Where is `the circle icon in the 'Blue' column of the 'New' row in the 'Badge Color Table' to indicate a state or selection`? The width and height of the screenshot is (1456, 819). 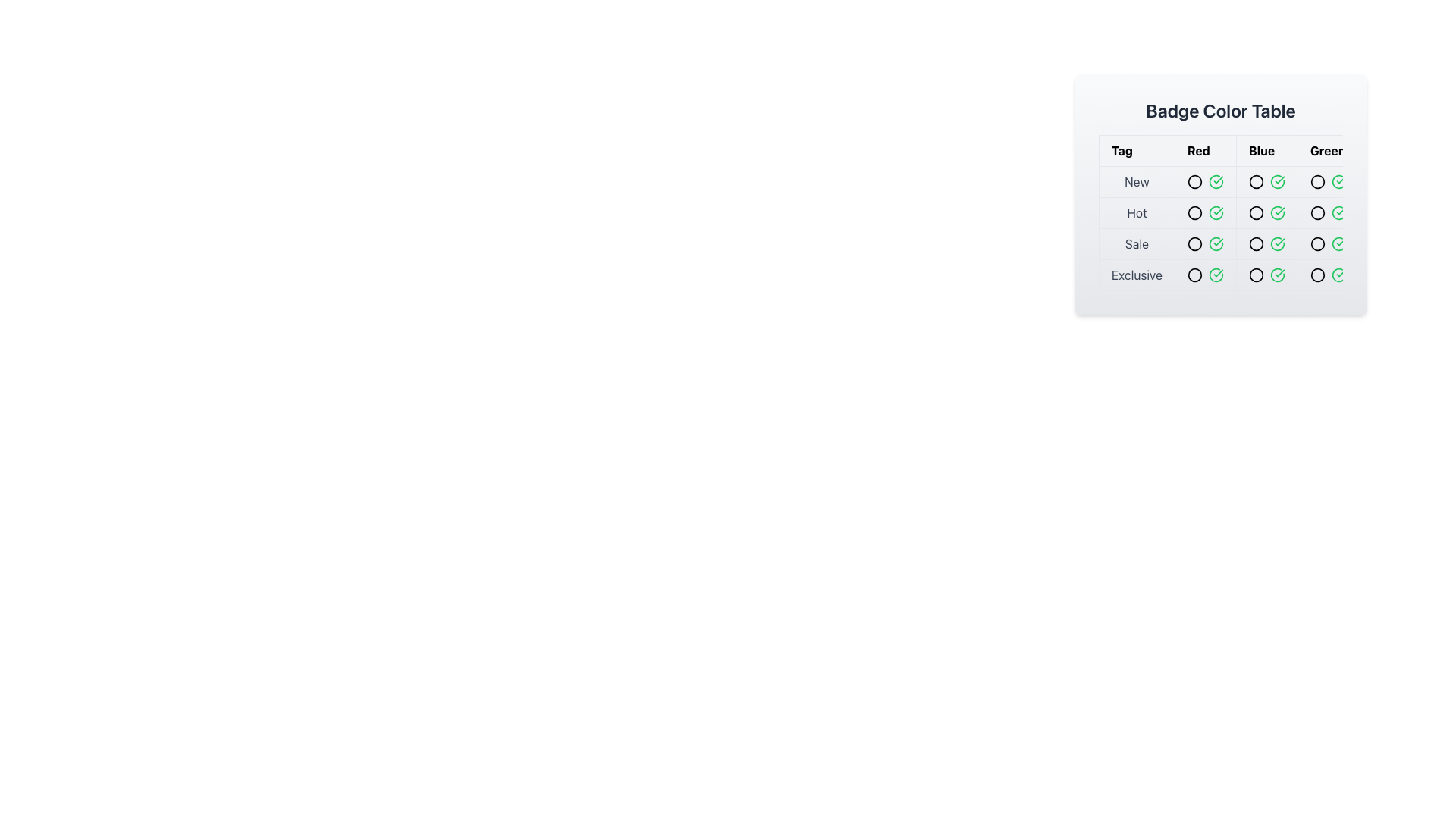 the circle icon in the 'Blue' column of the 'New' row in the 'Badge Color Table' to indicate a state or selection is located at coordinates (1256, 180).